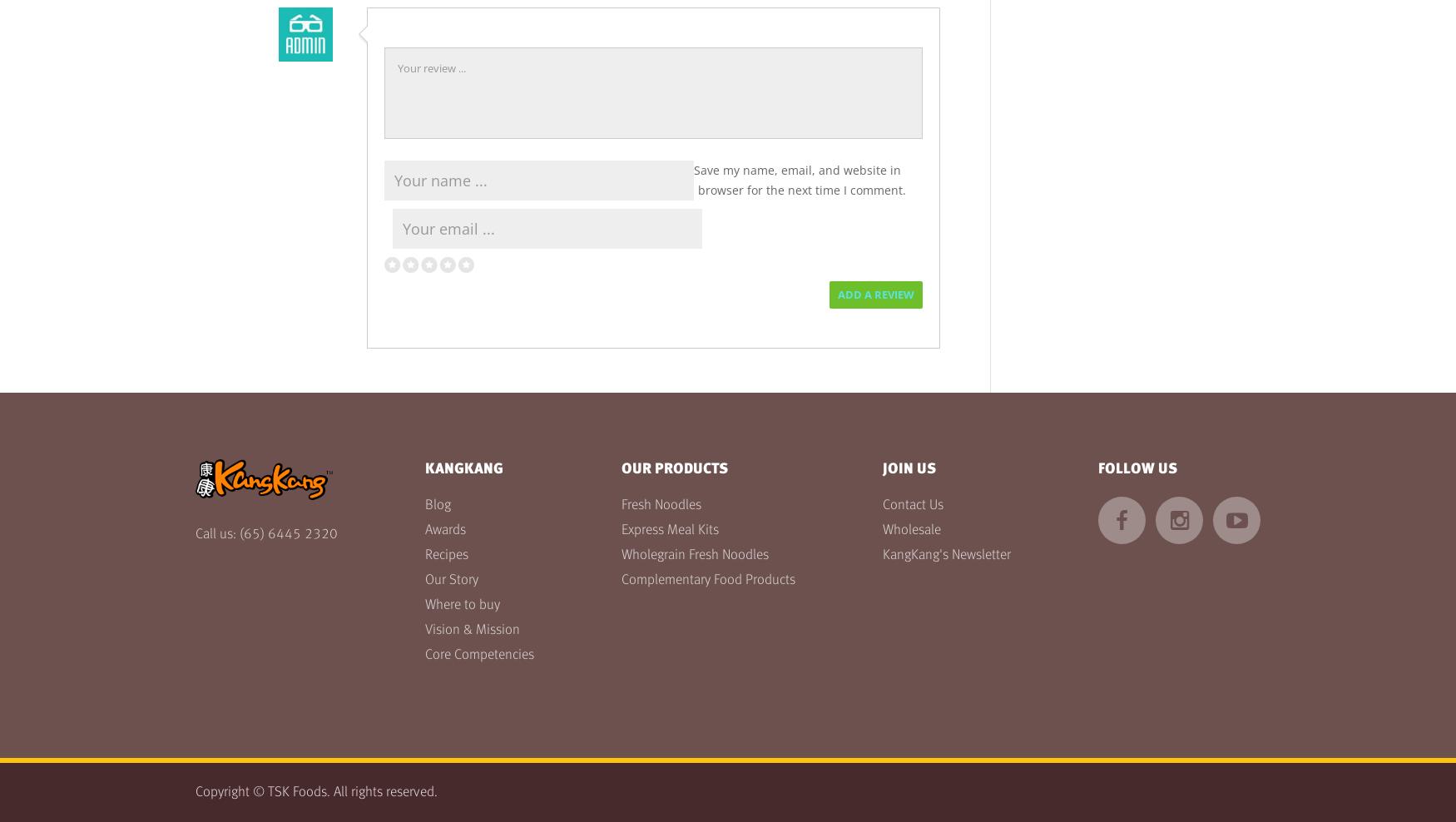 This screenshot has height=822, width=1456. I want to click on 'Blog', so click(423, 505).